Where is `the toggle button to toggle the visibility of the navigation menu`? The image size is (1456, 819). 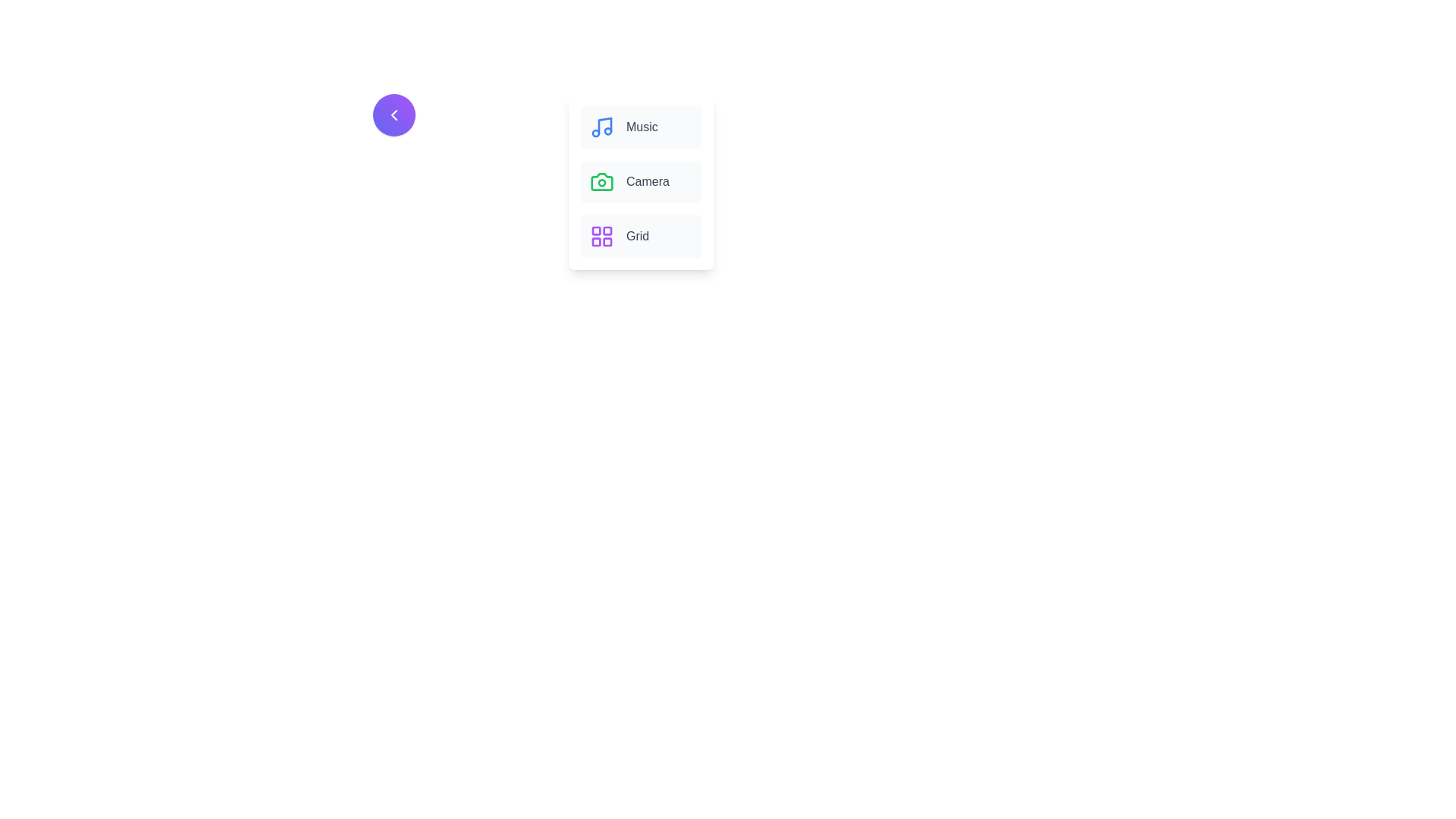 the toggle button to toggle the visibility of the navigation menu is located at coordinates (394, 114).